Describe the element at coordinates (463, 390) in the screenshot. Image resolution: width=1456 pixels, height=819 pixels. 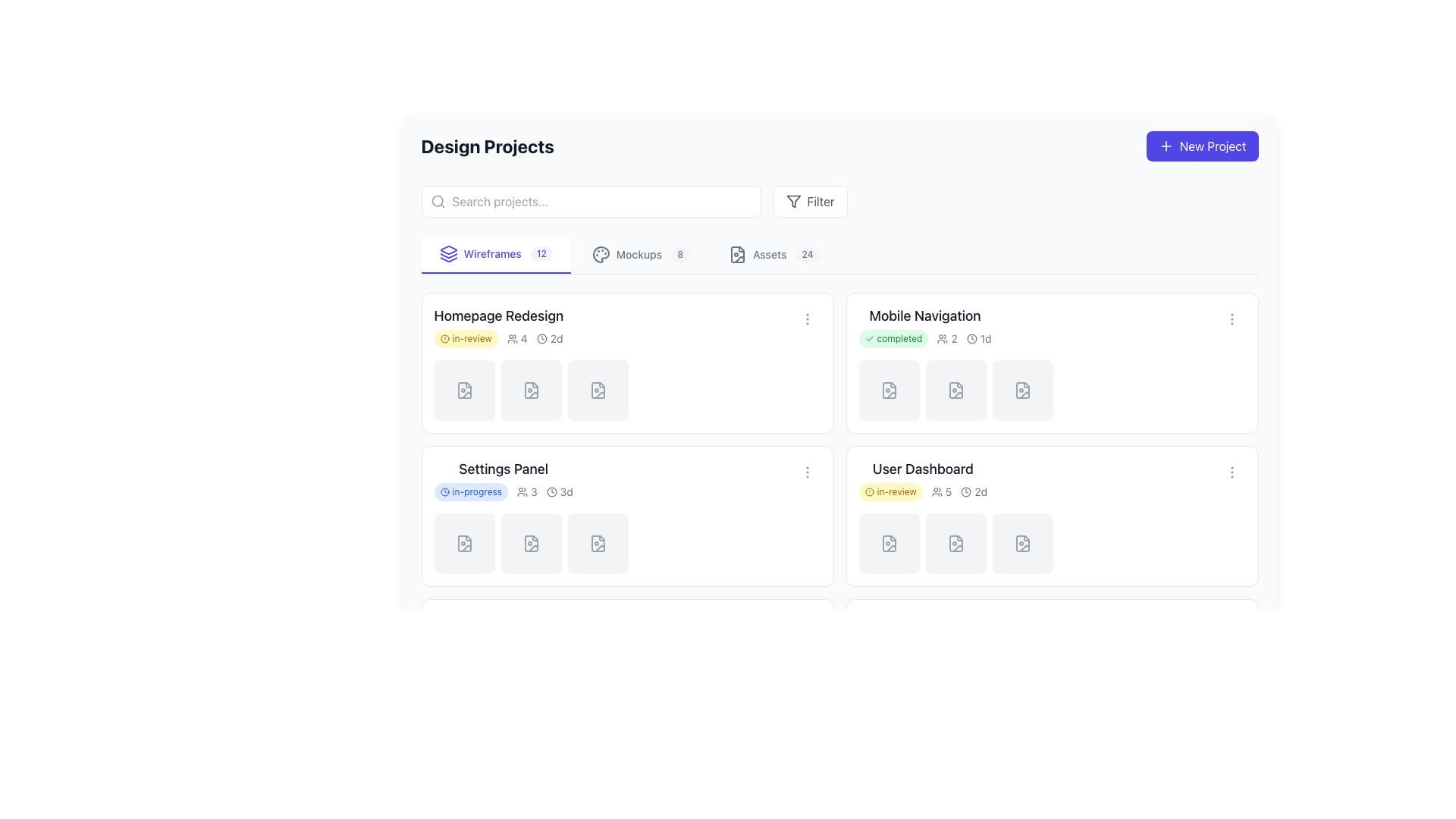
I see `the document icon that is part of the first icon from the left under the 'Homepage Redesign' section in the 'Wireframes' tab` at that location.